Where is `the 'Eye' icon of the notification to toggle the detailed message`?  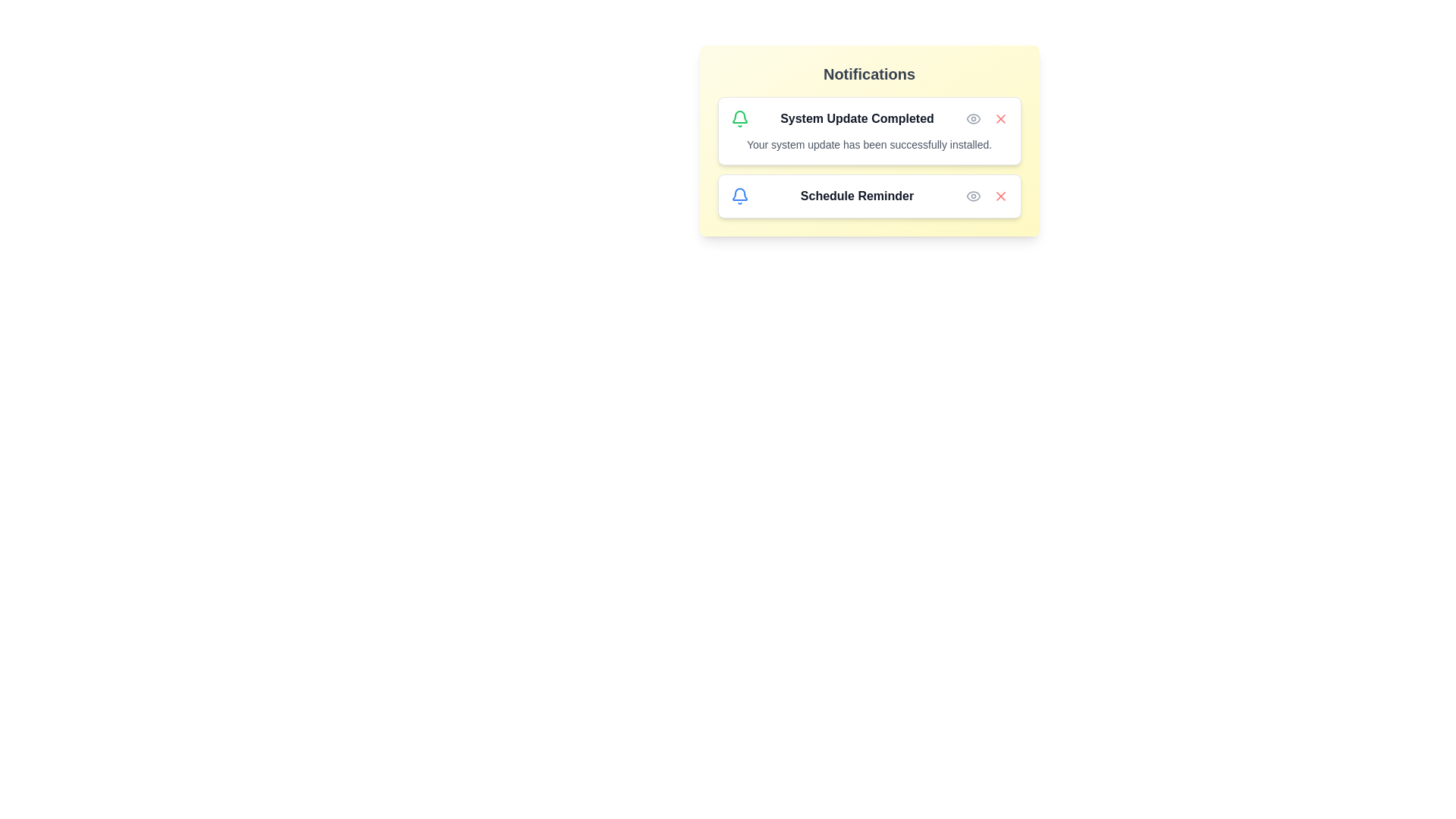
the 'Eye' icon of the notification to toggle the detailed message is located at coordinates (973, 118).